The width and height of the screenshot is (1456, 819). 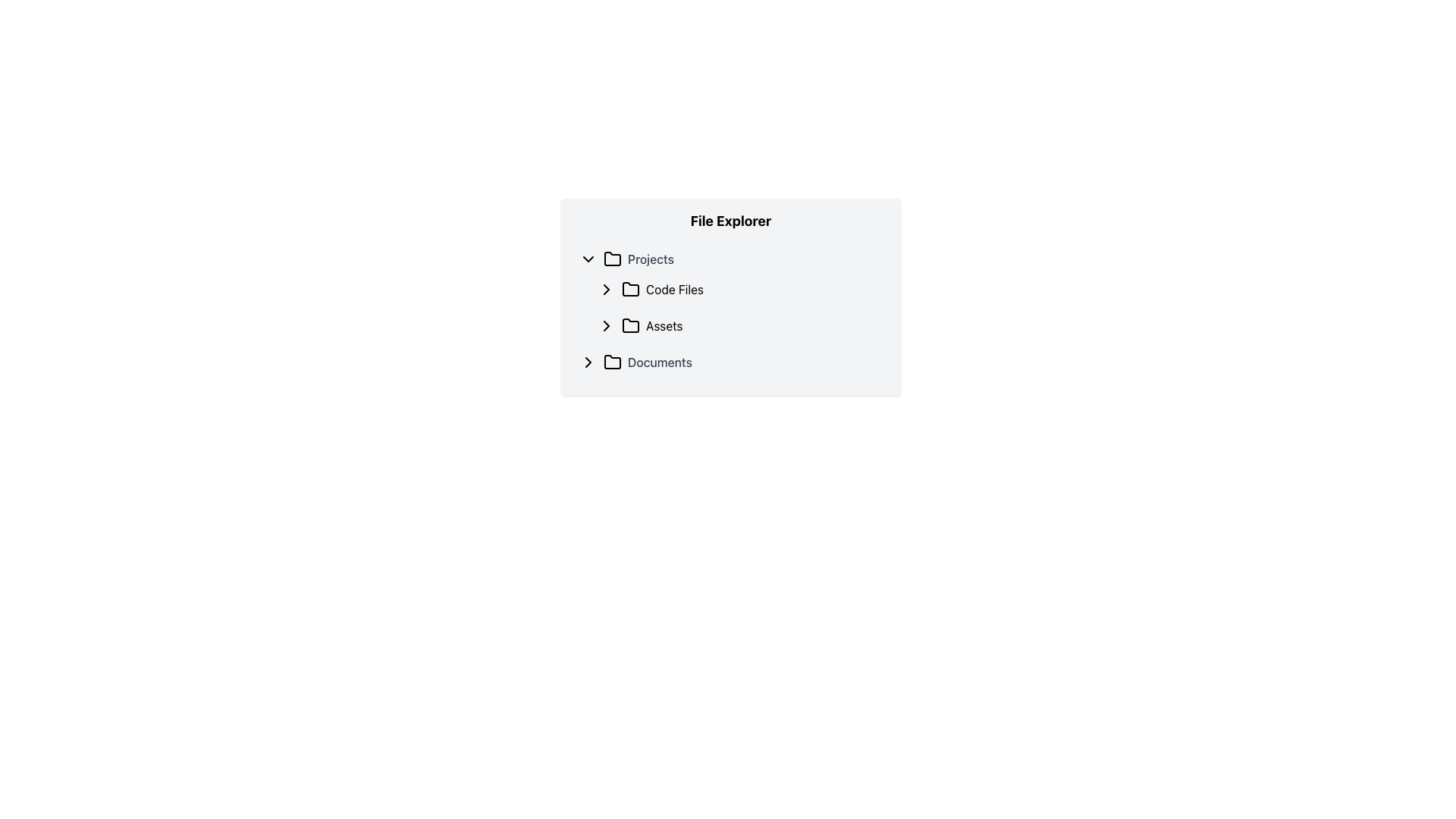 I want to click on the folder icon graphic located next to the text 'Assets' in the 'File Explorer' interface, so click(x=630, y=324).